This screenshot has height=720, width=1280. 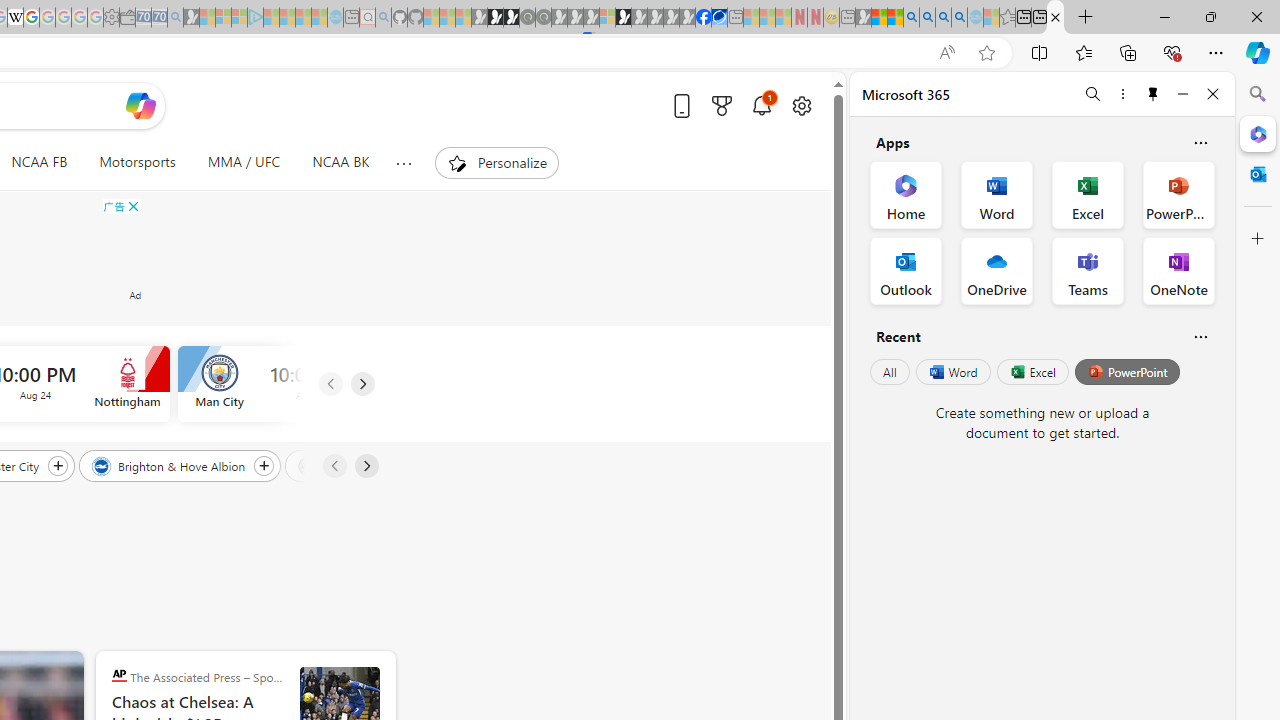 What do you see at coordinates (910, 17) in the screenshot?
I see `'Bing AI - Search'` at bounding box center [910, 17].